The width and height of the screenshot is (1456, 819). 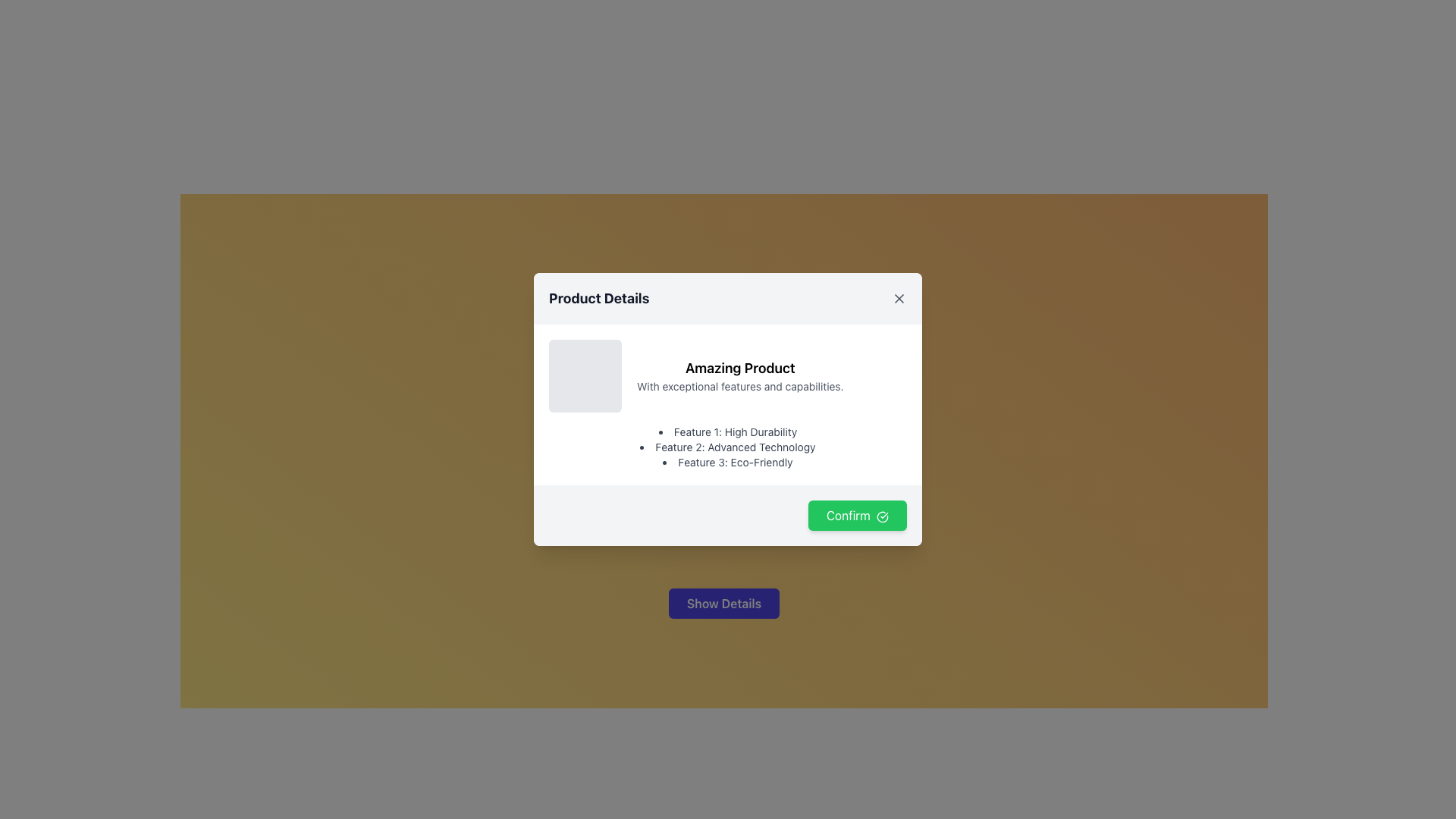 What do you see at coordinates (728, 447) in the screenshot?
I see `the non-interactive informational text element displaying 'Feature 2: Advanced Technology,' which is located in a modal window as the second item in a list of features` at bounding box center [728, 447].